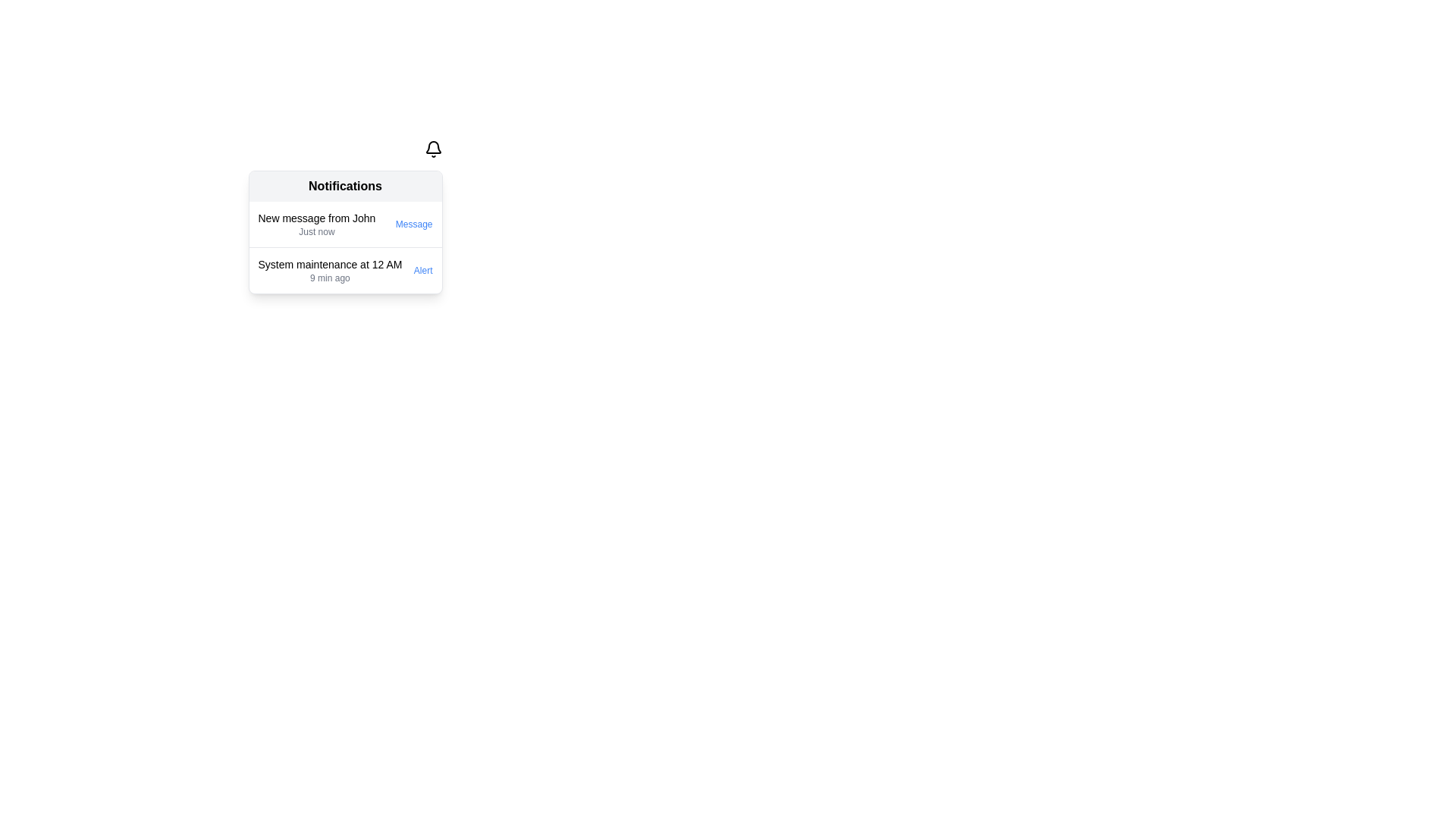 This screenshot has width=1456, height=819. I want to click on the notifications dropdown header which serves as a title for recent interactions and alerts, so click(344, 186).